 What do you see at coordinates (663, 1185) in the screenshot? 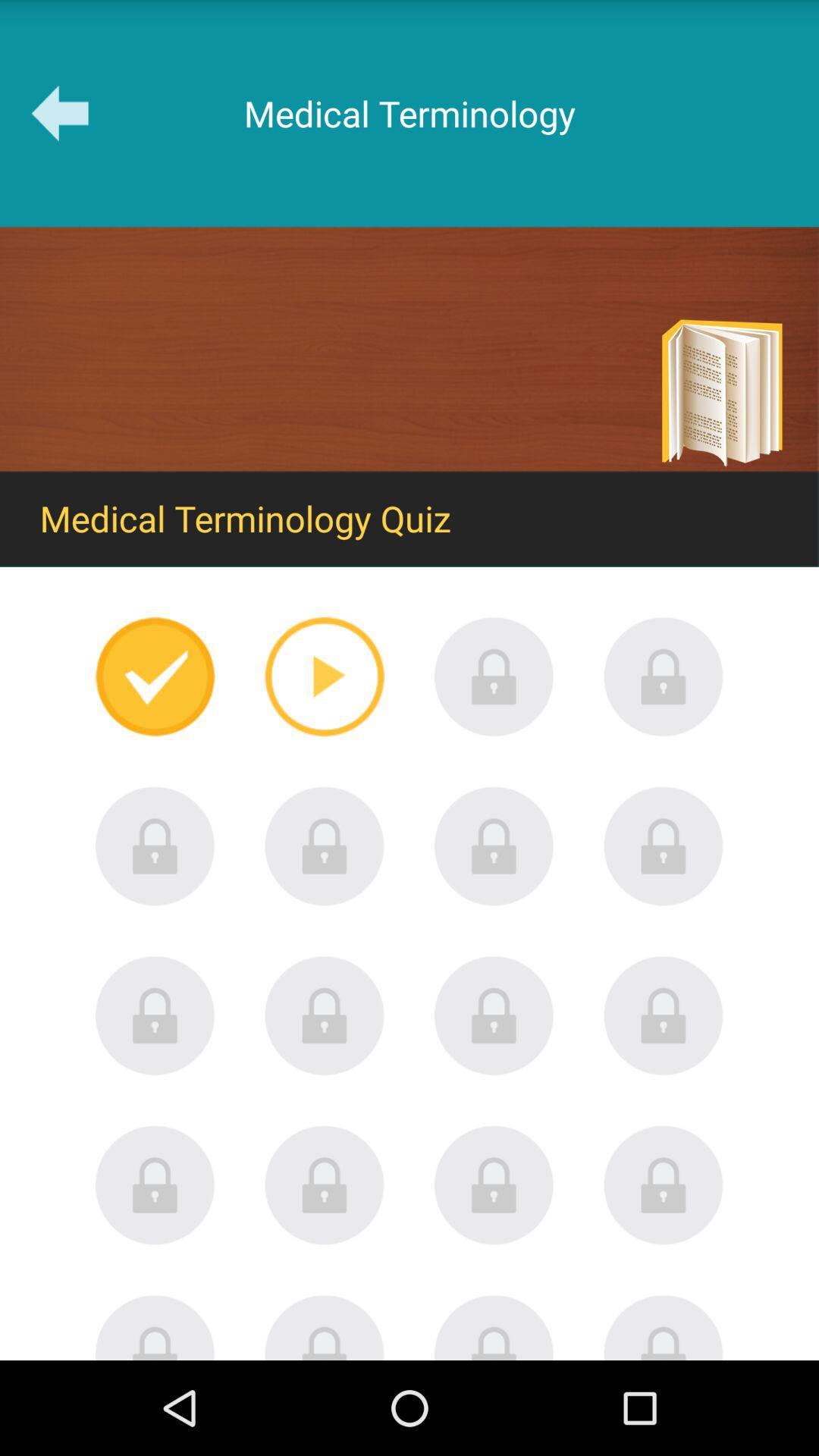
I see `locked until other games completed` at bounding box center [663, 1185].